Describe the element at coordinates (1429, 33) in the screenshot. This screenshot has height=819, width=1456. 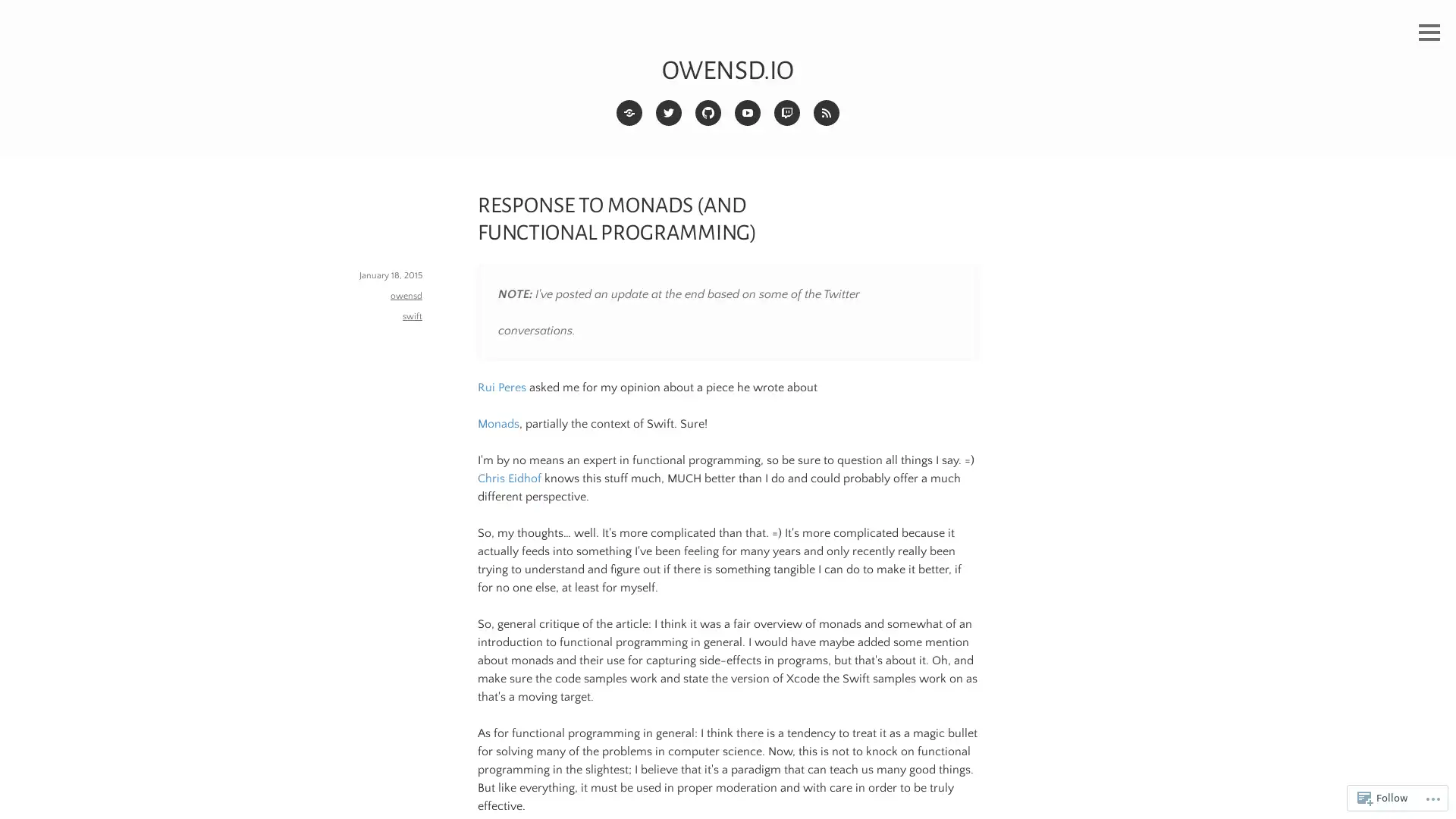
I see `Sidebar` at that location.